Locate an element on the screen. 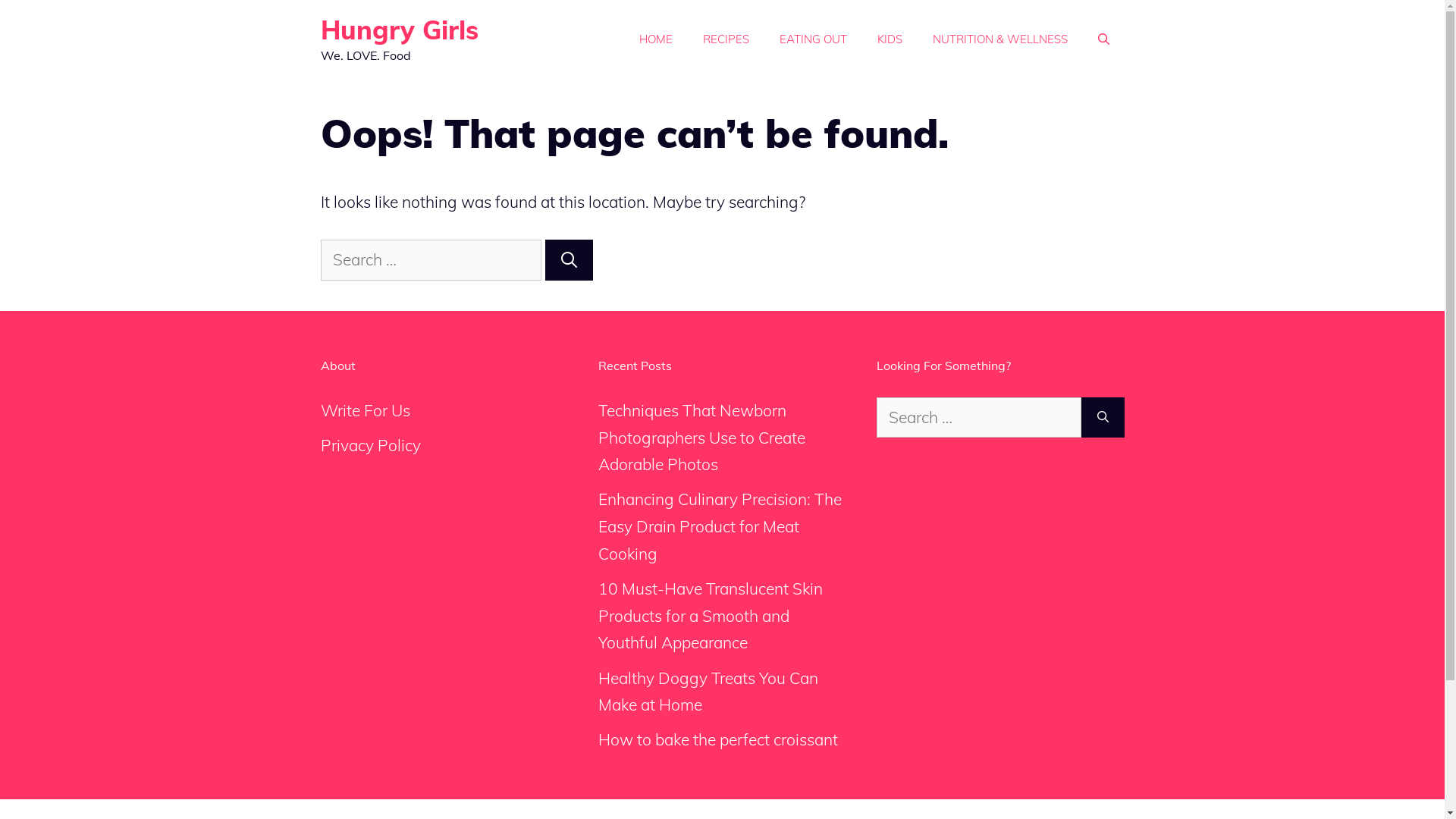 This screenshot has width=1456, height=819. 'How to bake the perfect croissant' is located at coordinates (717, 739).